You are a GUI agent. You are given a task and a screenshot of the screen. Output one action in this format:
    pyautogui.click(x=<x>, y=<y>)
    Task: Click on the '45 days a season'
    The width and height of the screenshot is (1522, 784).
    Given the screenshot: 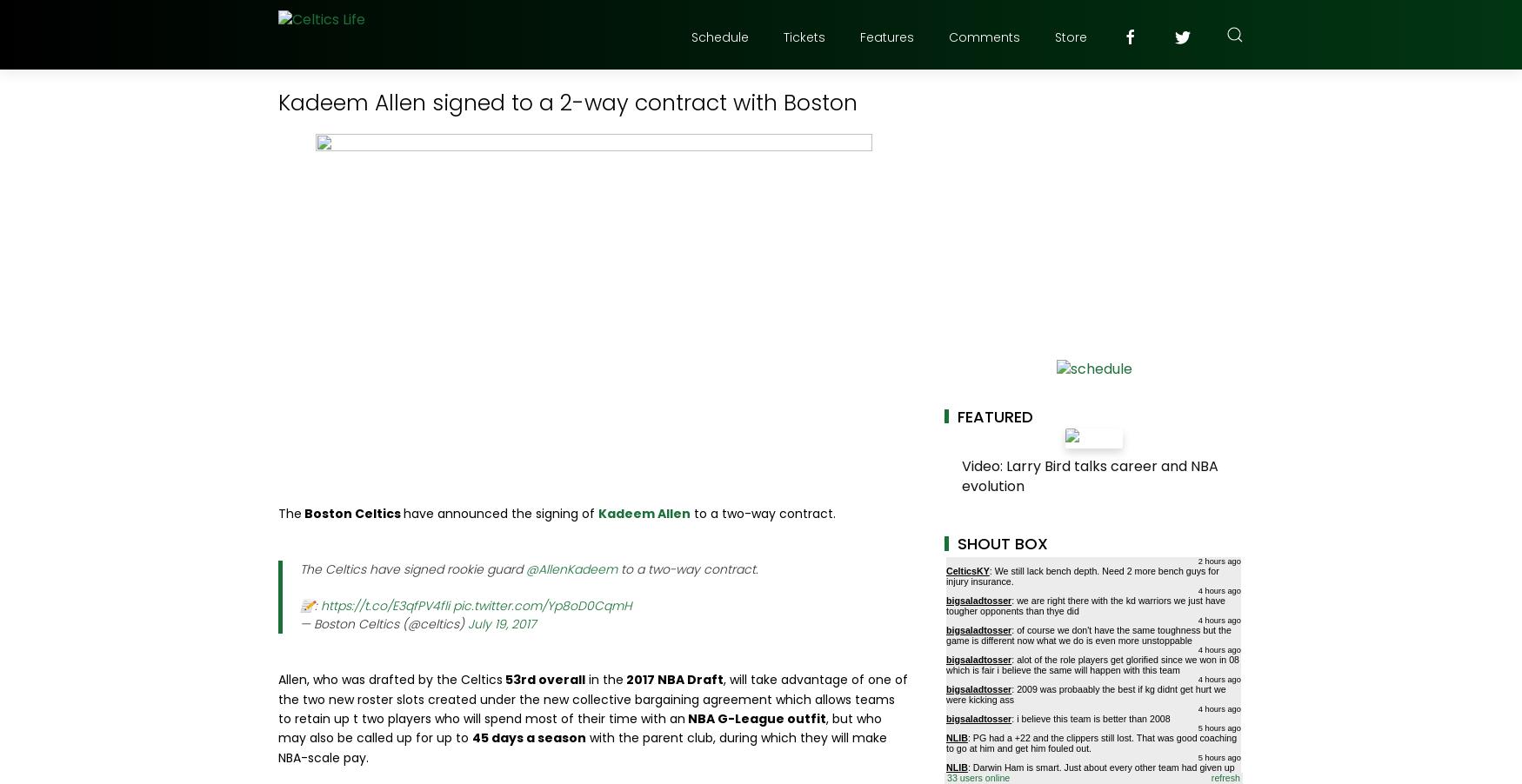 What is the action you would take?
    pyautogui.click(x=471, y=737)
    